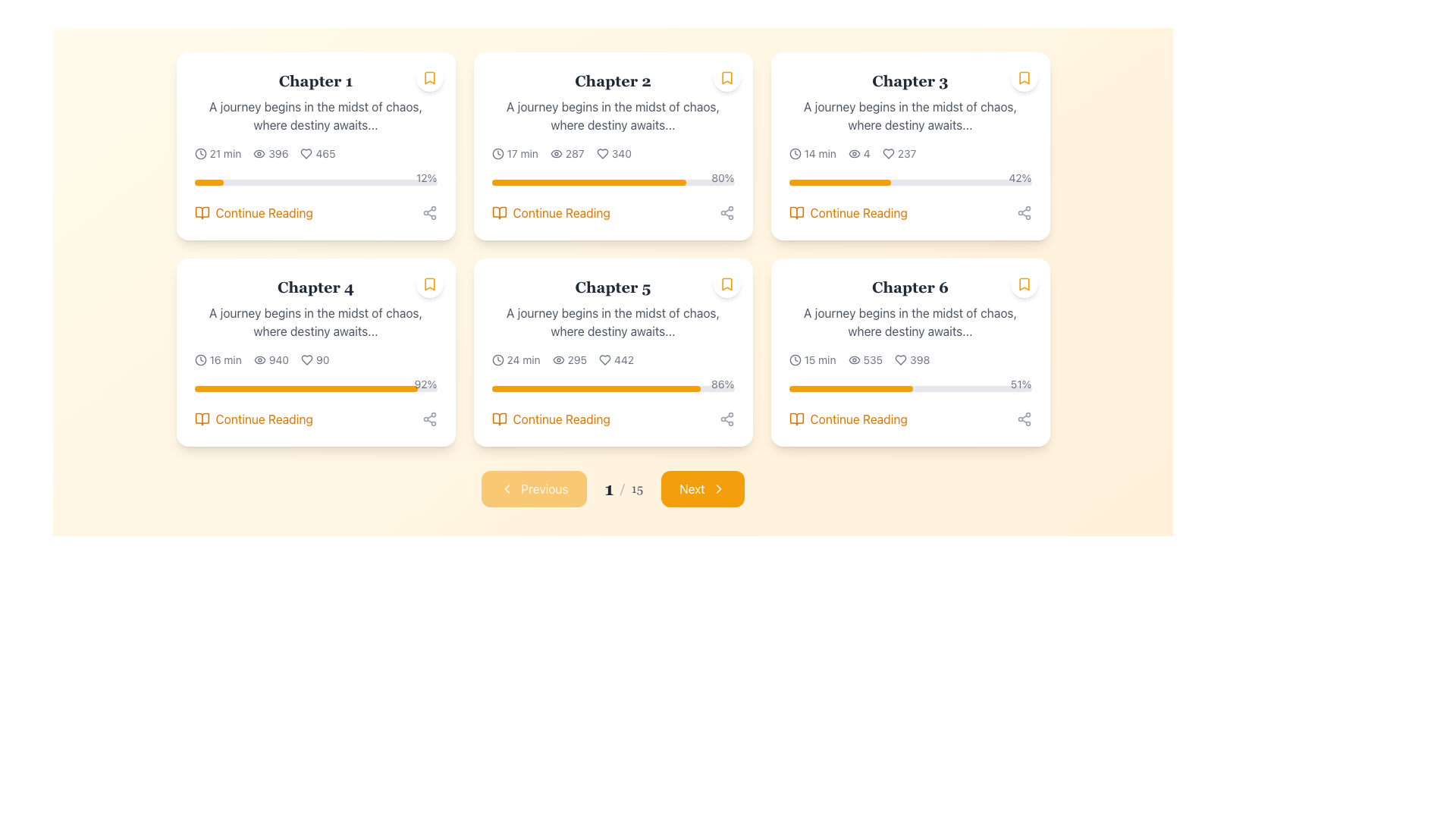 This screenshot has width=1456, height=819. What do you see at coordinates (306, 154) in the screenshot?
I see `the heart-shaped like icon located in the 'Chapter 1' card` at bounding box center [306, 154].